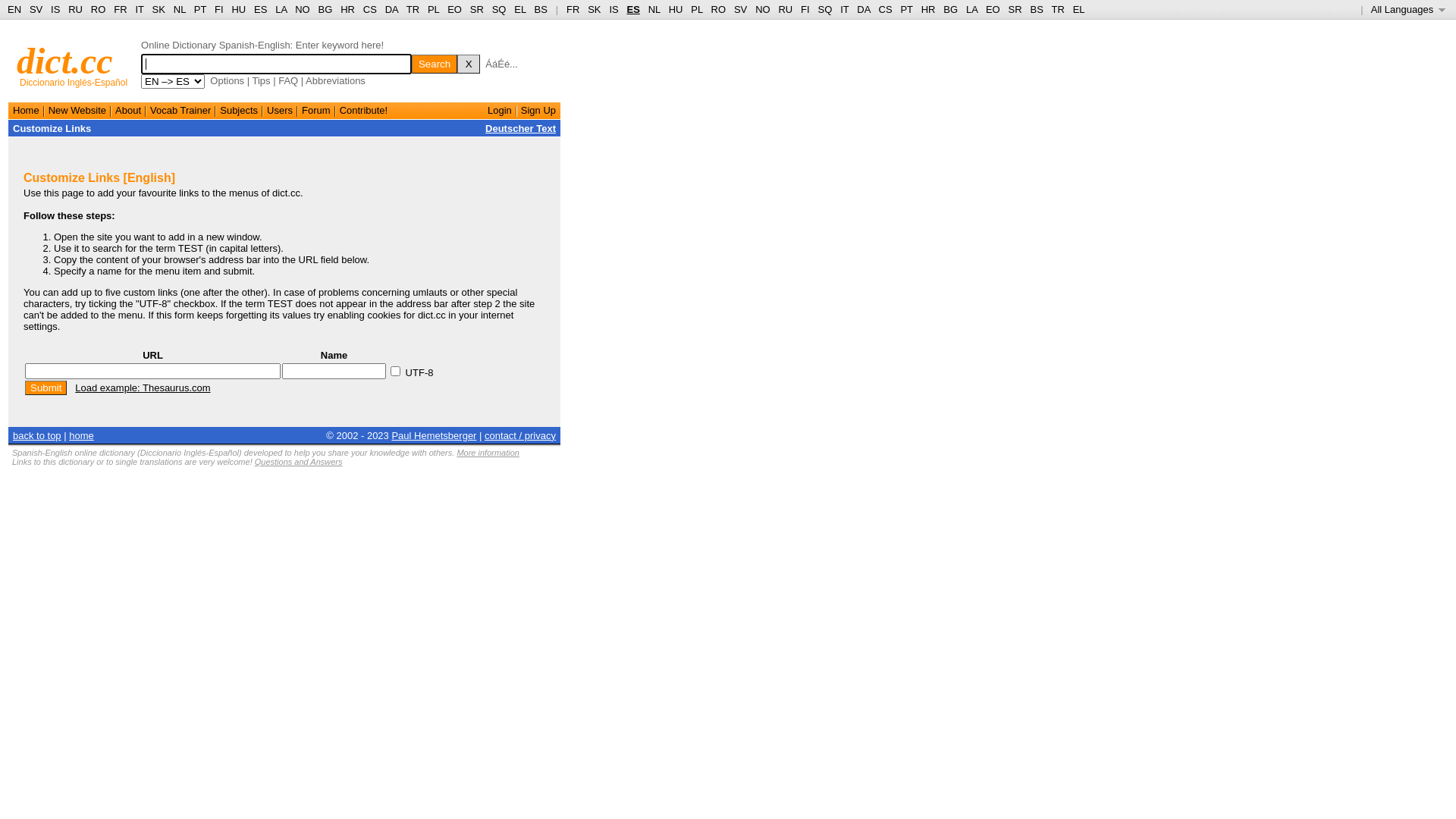 The width and height of the screenshot is (1456, 819). I want to click on 'All Languages ', so click(1407, 9).